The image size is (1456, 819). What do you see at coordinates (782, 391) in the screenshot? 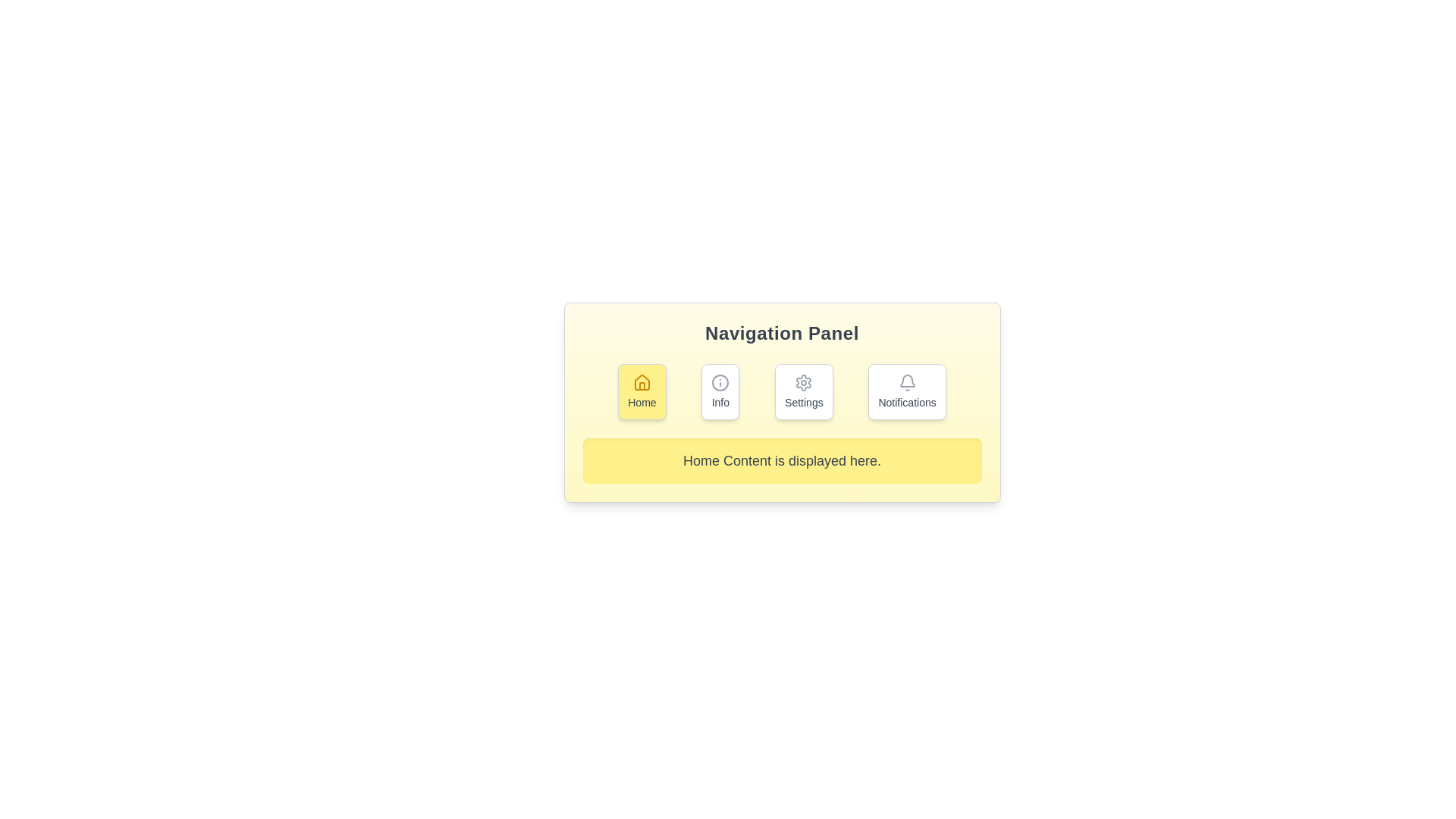
I see `a button within the Navigation bar by` at bounding box center [782, 391].